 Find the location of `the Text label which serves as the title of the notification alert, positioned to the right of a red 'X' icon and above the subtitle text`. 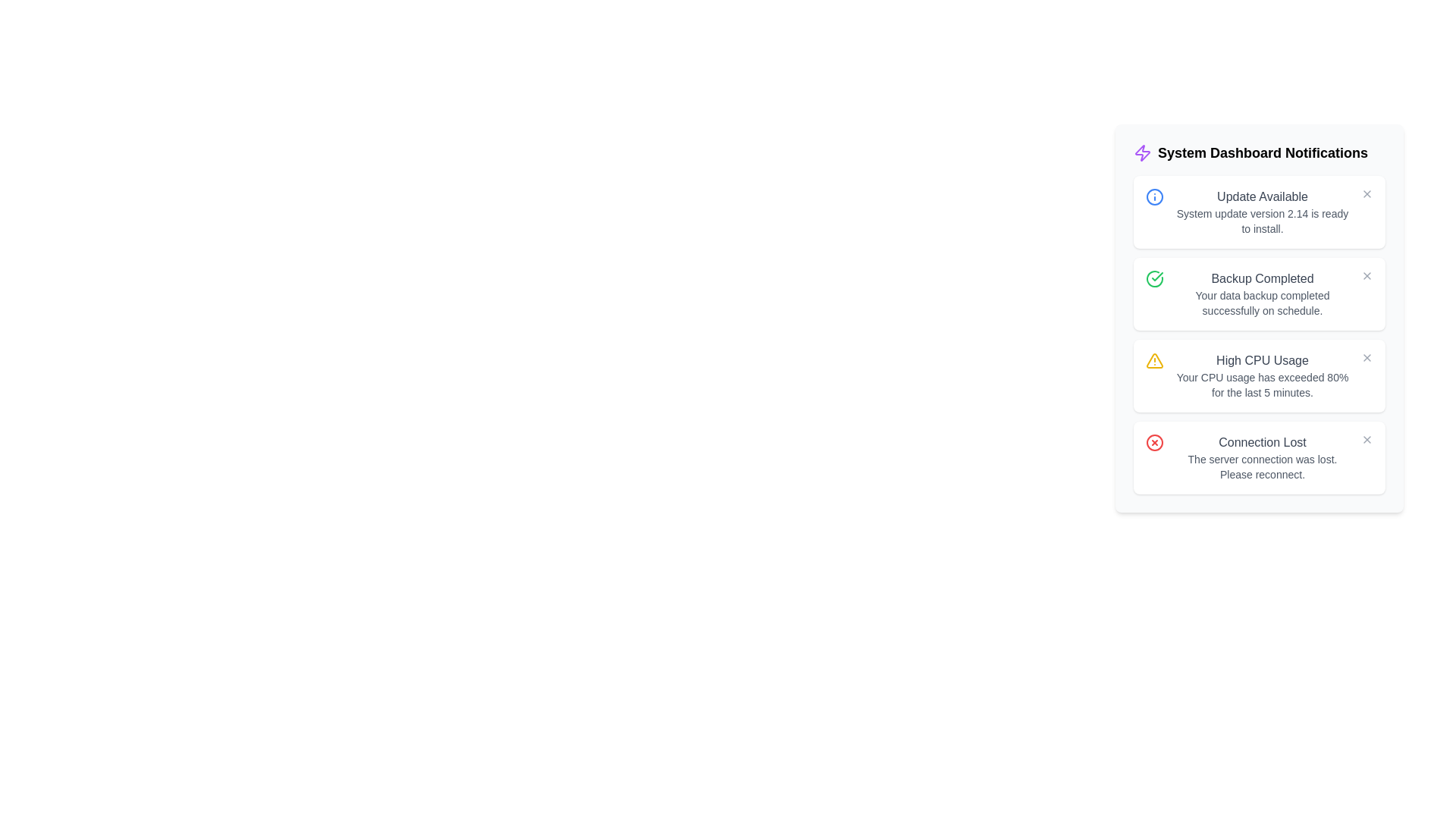

the Text label which serves as the title of the notification alert, positioned to the right of a red 'X' icon and above the subtitle text is located at coordinates (1263, 442).